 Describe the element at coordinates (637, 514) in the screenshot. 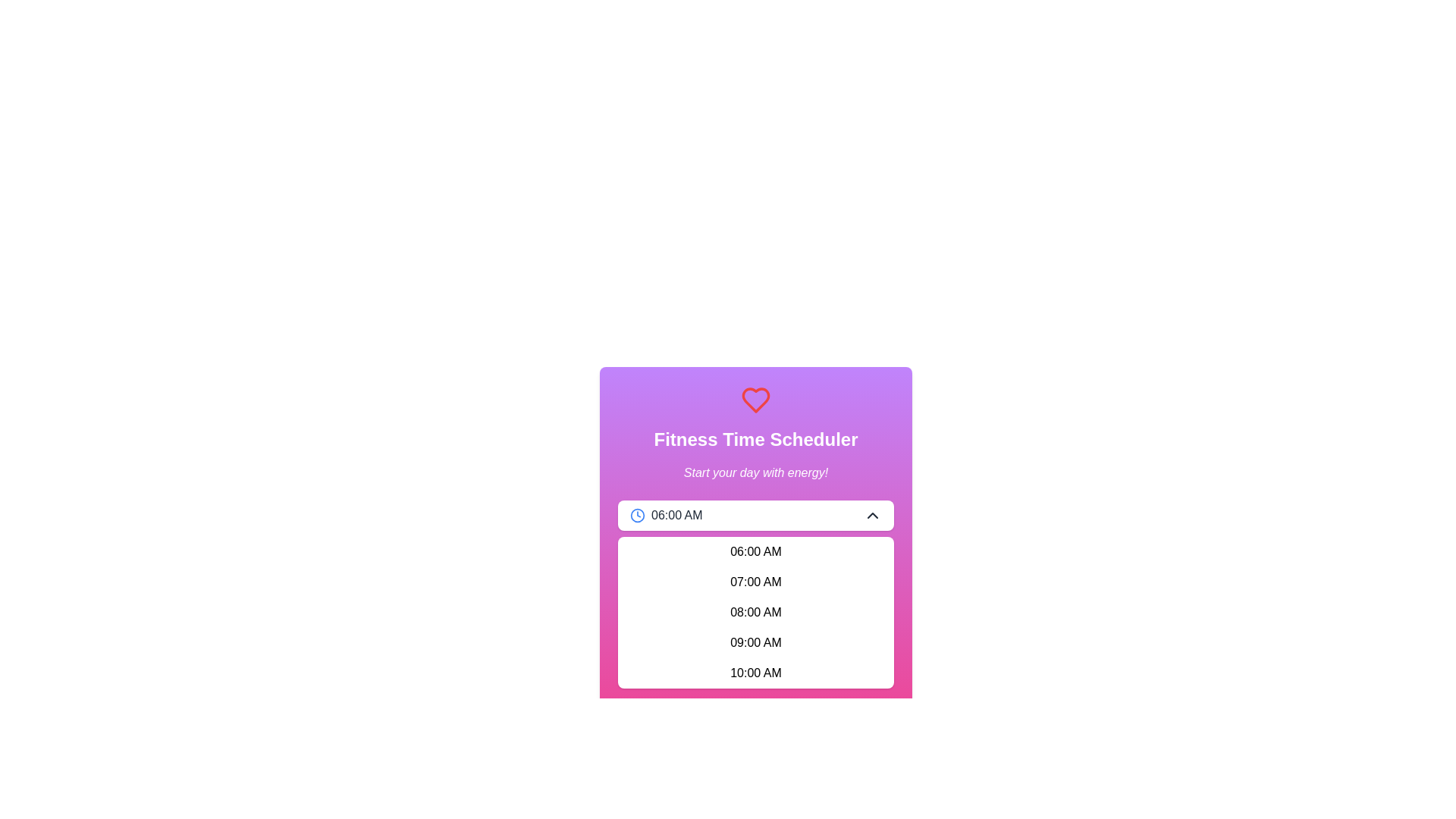

I see `the blue clock icon located to the left of the displayed time text '06:00 AM' in the time selection dropdown` at that location.